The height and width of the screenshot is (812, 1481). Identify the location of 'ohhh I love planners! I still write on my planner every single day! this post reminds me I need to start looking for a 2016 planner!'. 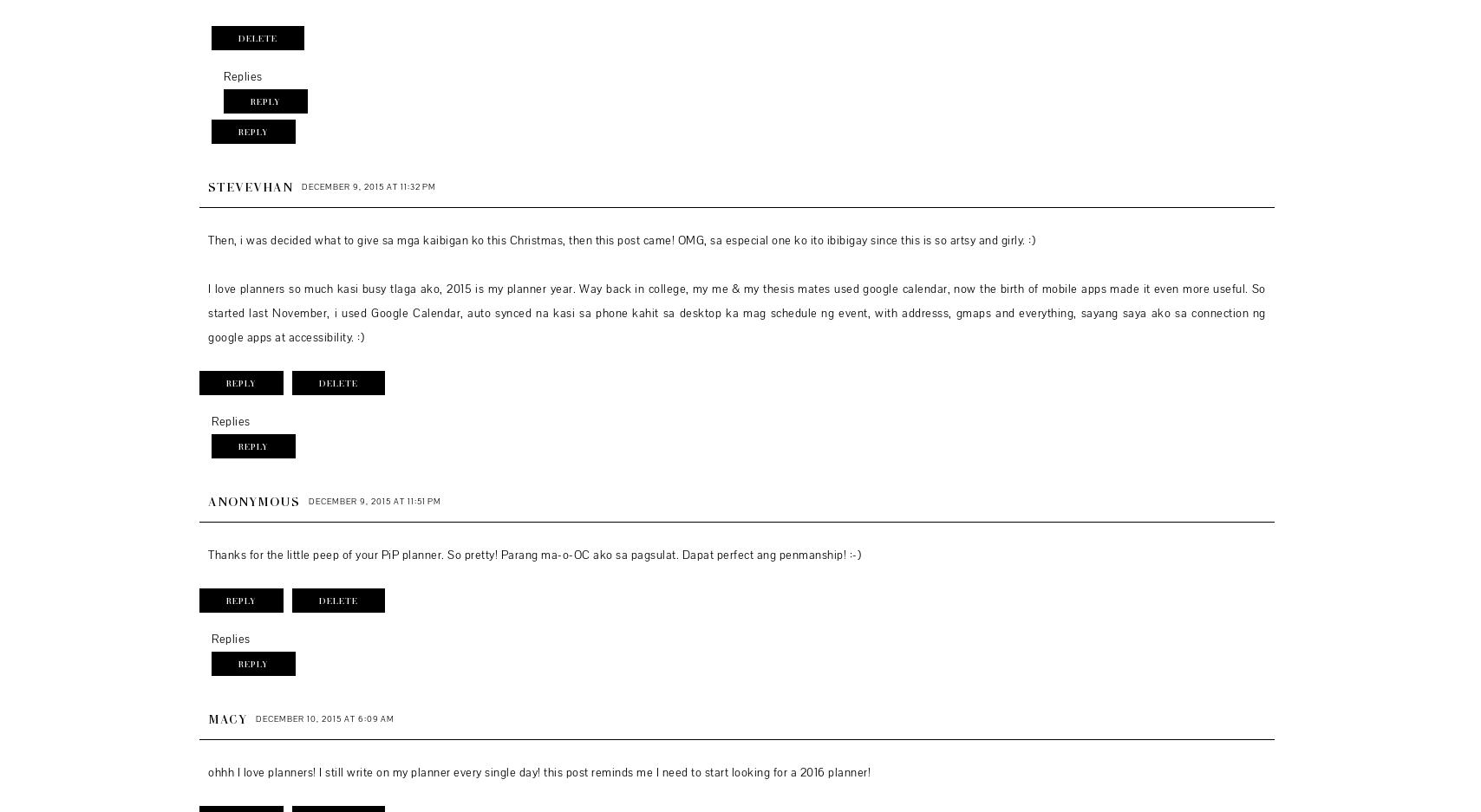
(539, 770).